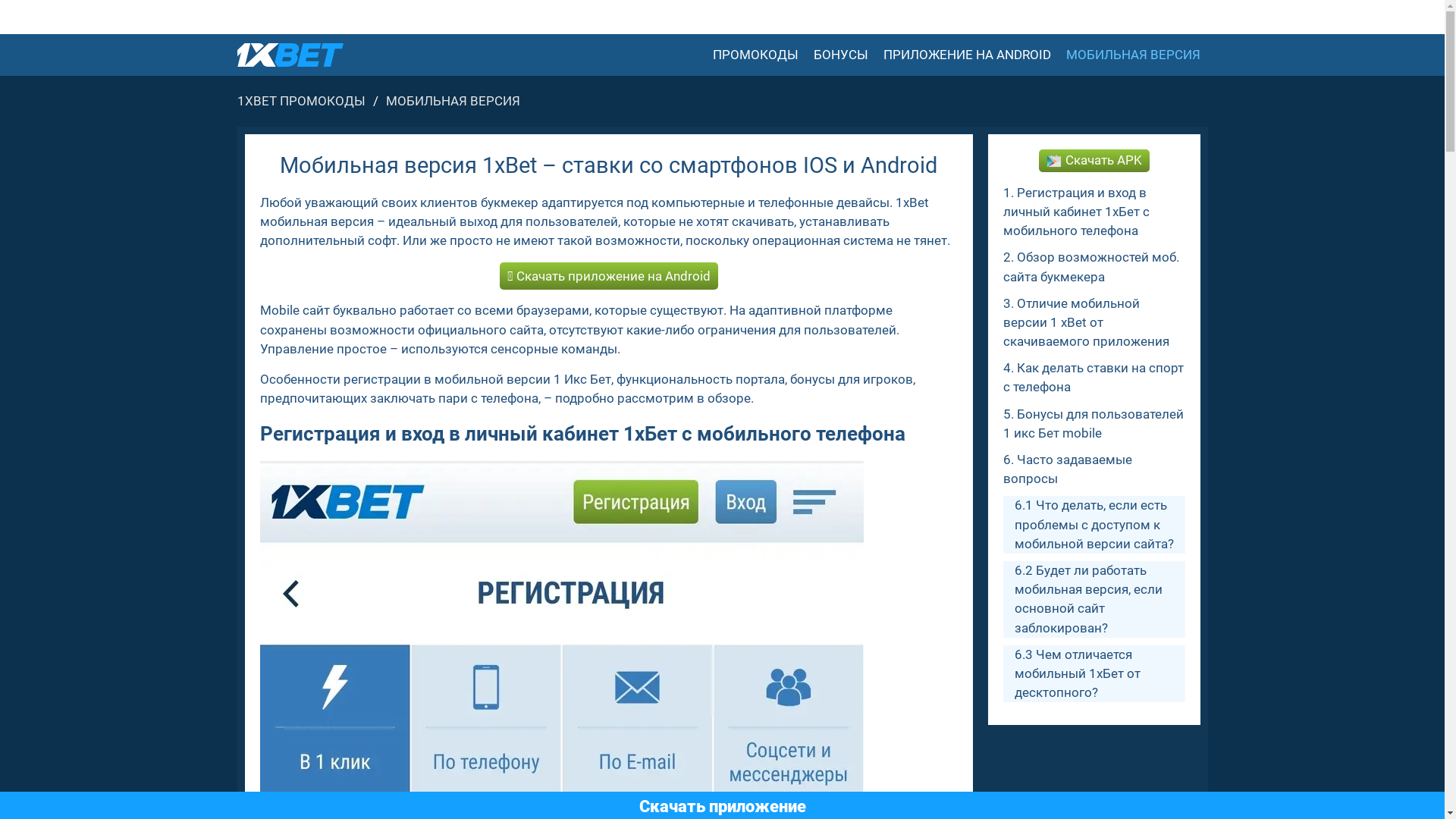 Image resolution: width=1456 pixels, height=819 pixels. What do you see at coordinates (290, 54) in the screenshot?
I see `'1XBet'` at bounding box center [290, 54].